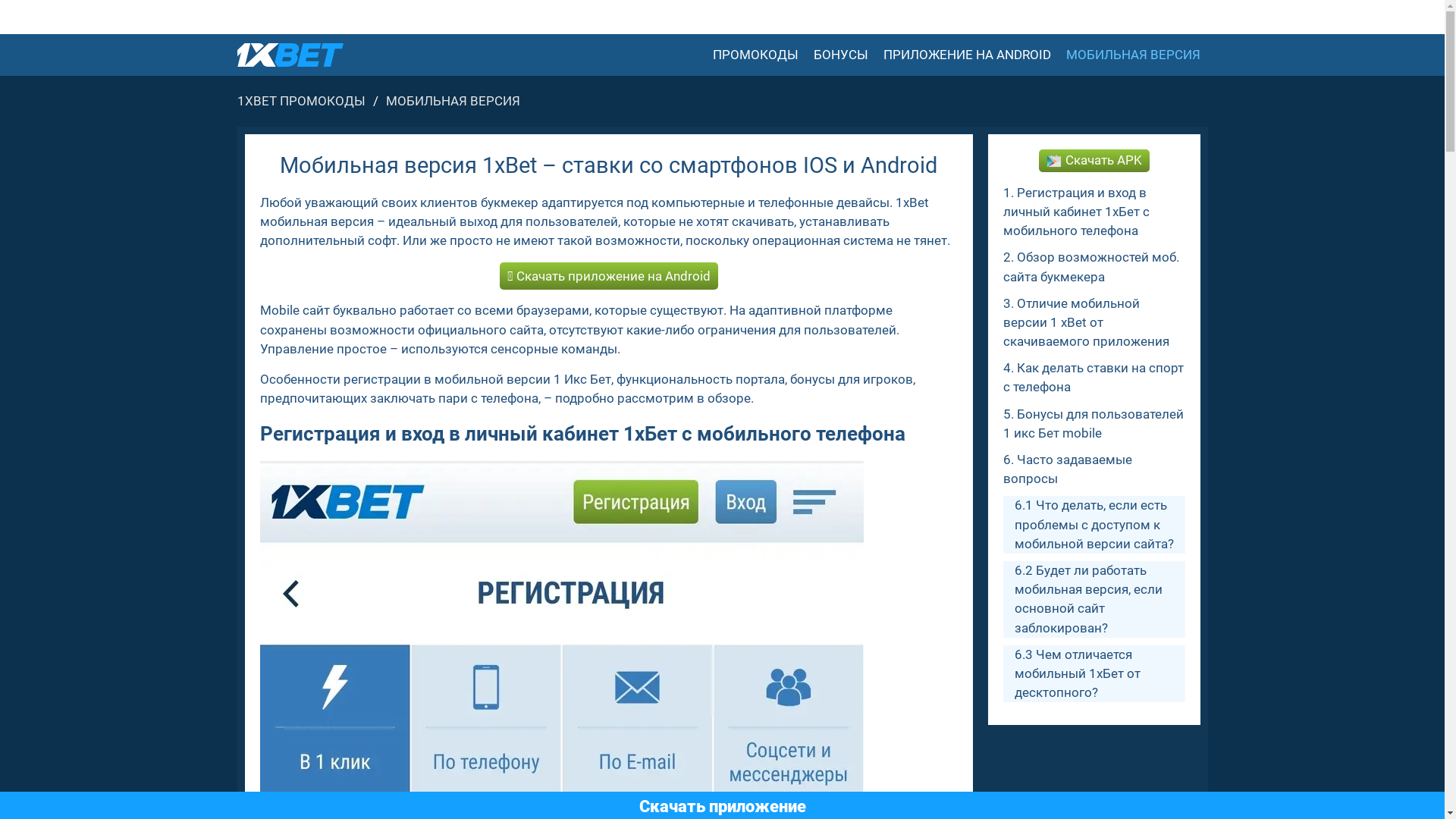 Image resolution: width=1456 pixels, height=819 pixels. What do you see at coordinates (290, 54) in the screenshot?
I see `'1XBet'` at bounding box center [290, 54].